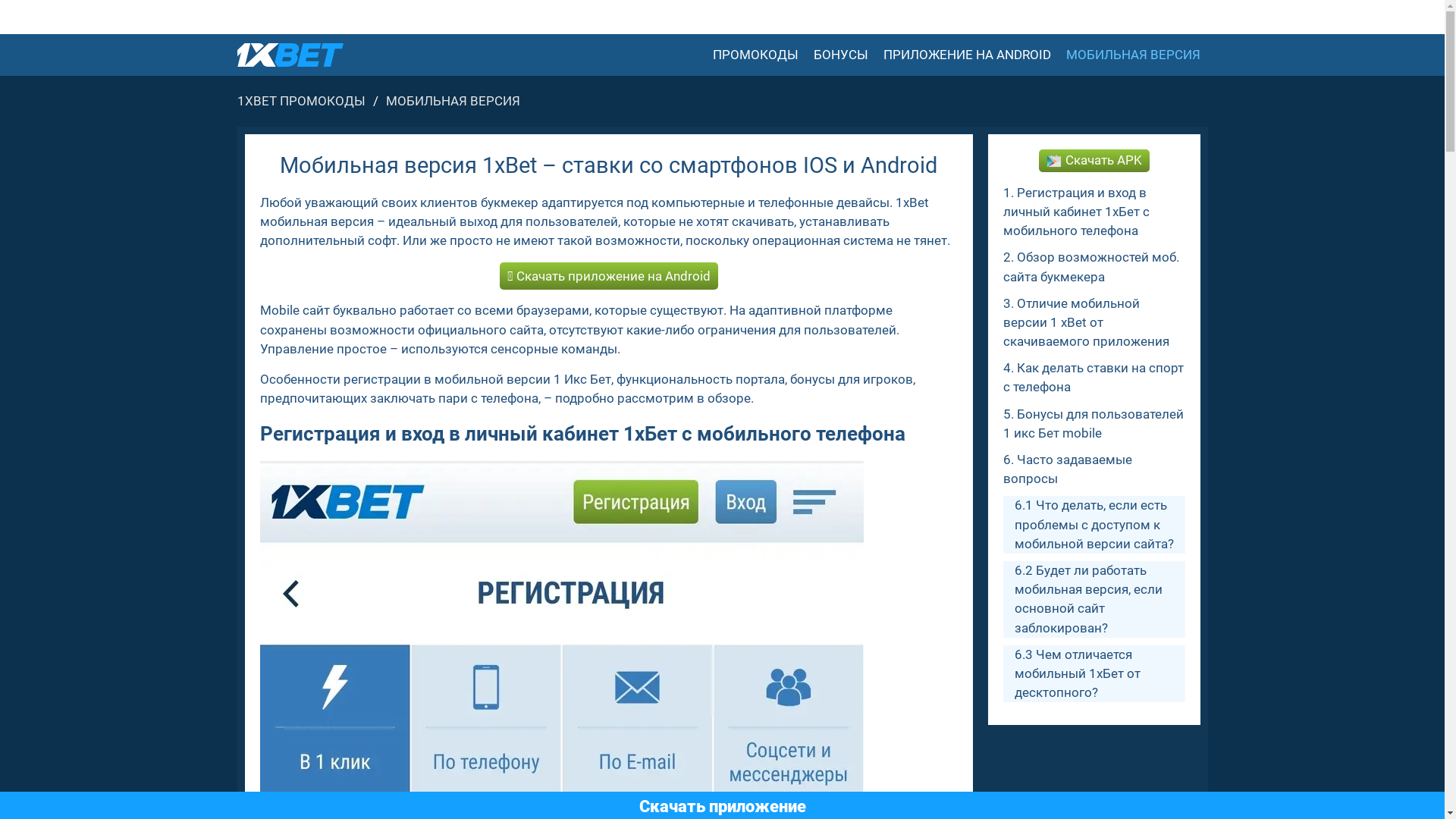 Image resolution: width=1456 pixels, height=819 pixels. What do you see at coordinates (290, 54) in the screenshot?
I see `'1XBet'` at bounding box center [290, 54].